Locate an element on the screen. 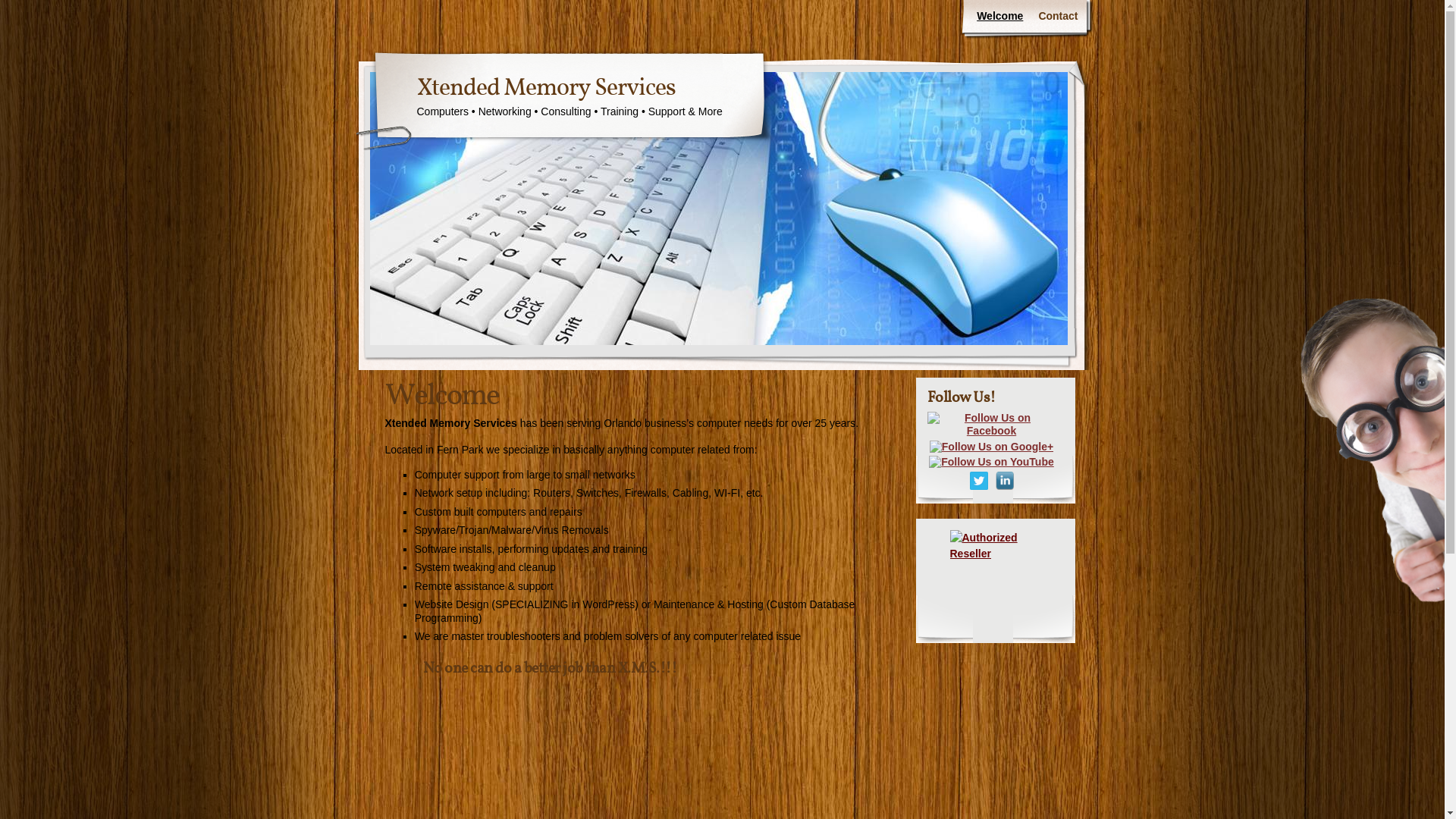 The image size is (1456, 819). 'Authorized Reseller' is located at coordinates (949, 575).